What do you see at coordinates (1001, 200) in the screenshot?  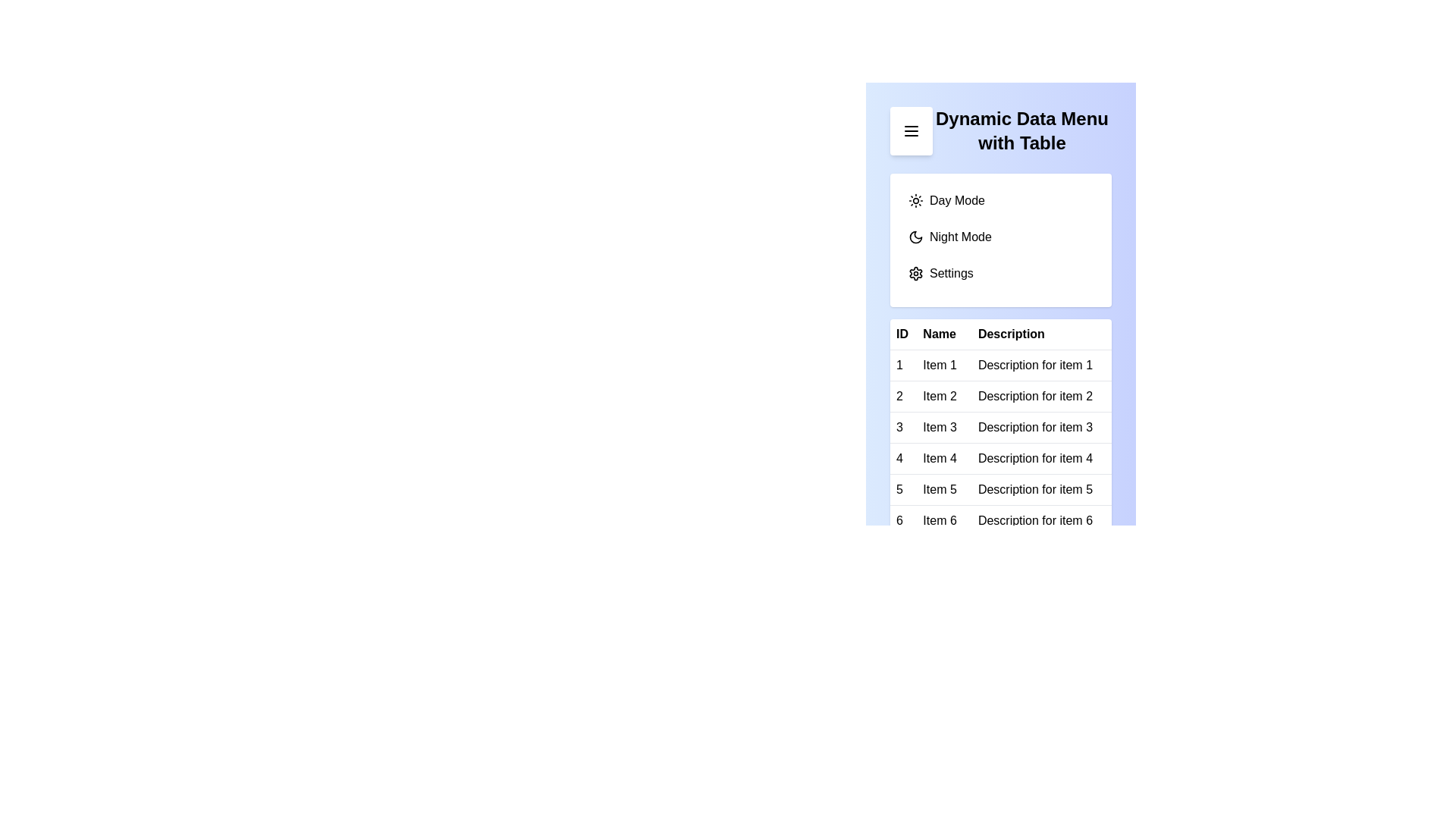 I see `the 'Day Mode' button` at bounding box center [1001, 200].